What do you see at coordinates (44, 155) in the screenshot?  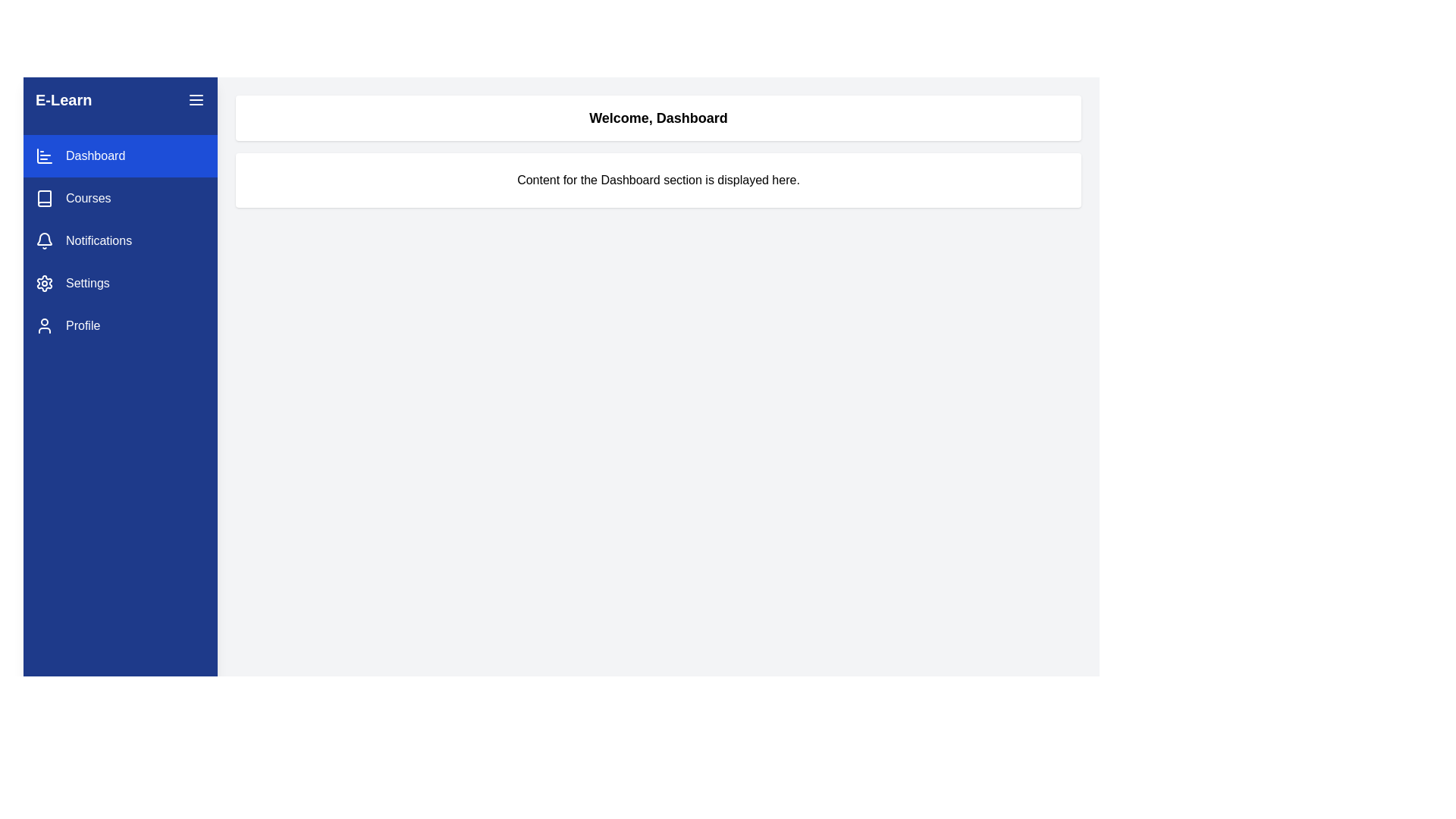 I see `the compact bar chart icon located to the left of the 'Dashboard' text in the vertical navigation menu` at bounding box center [44, 155].